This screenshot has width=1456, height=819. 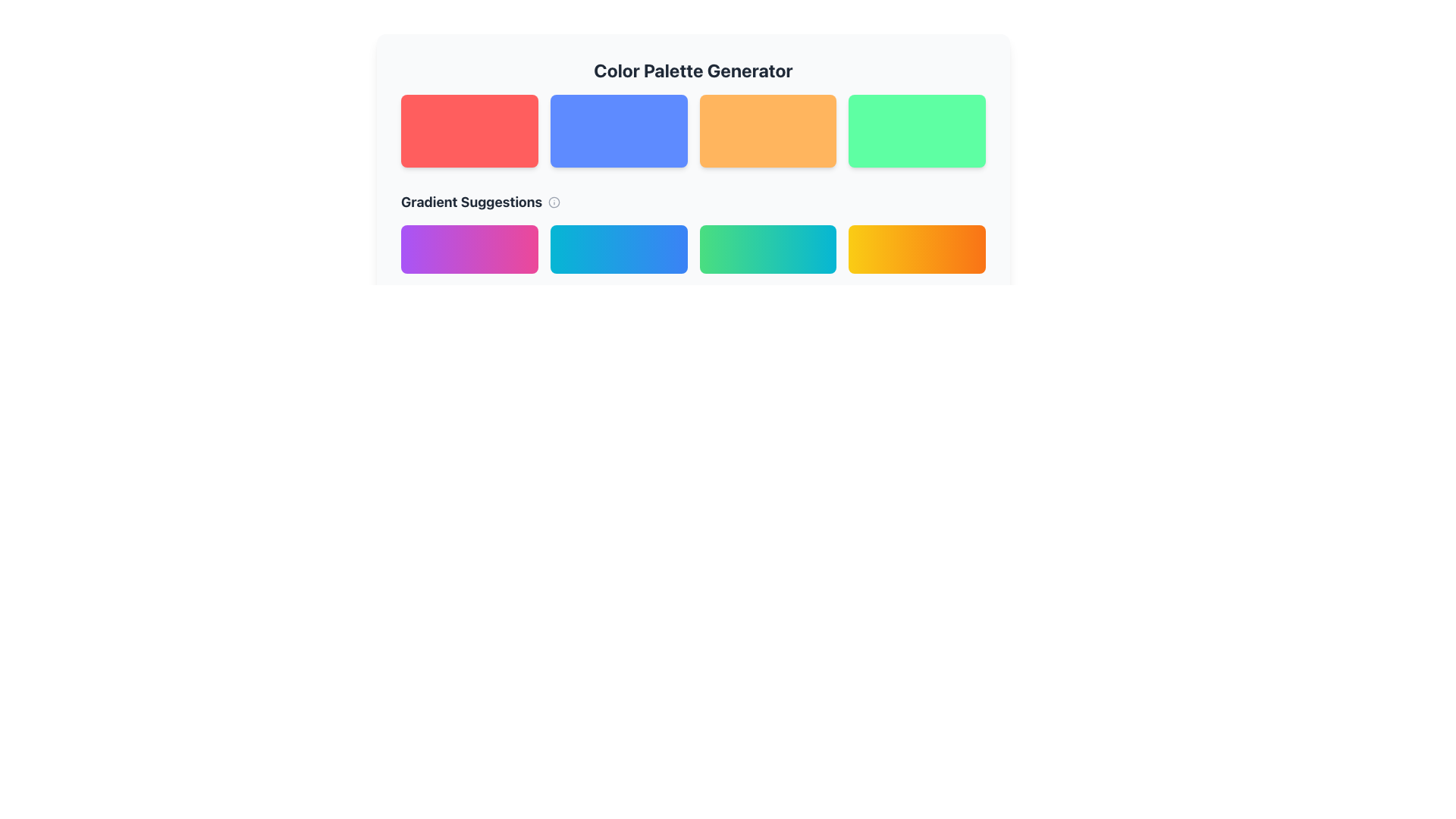 I want to click on the fourth selectable color block in the top row of the color palette, so click(x=916, y=130).